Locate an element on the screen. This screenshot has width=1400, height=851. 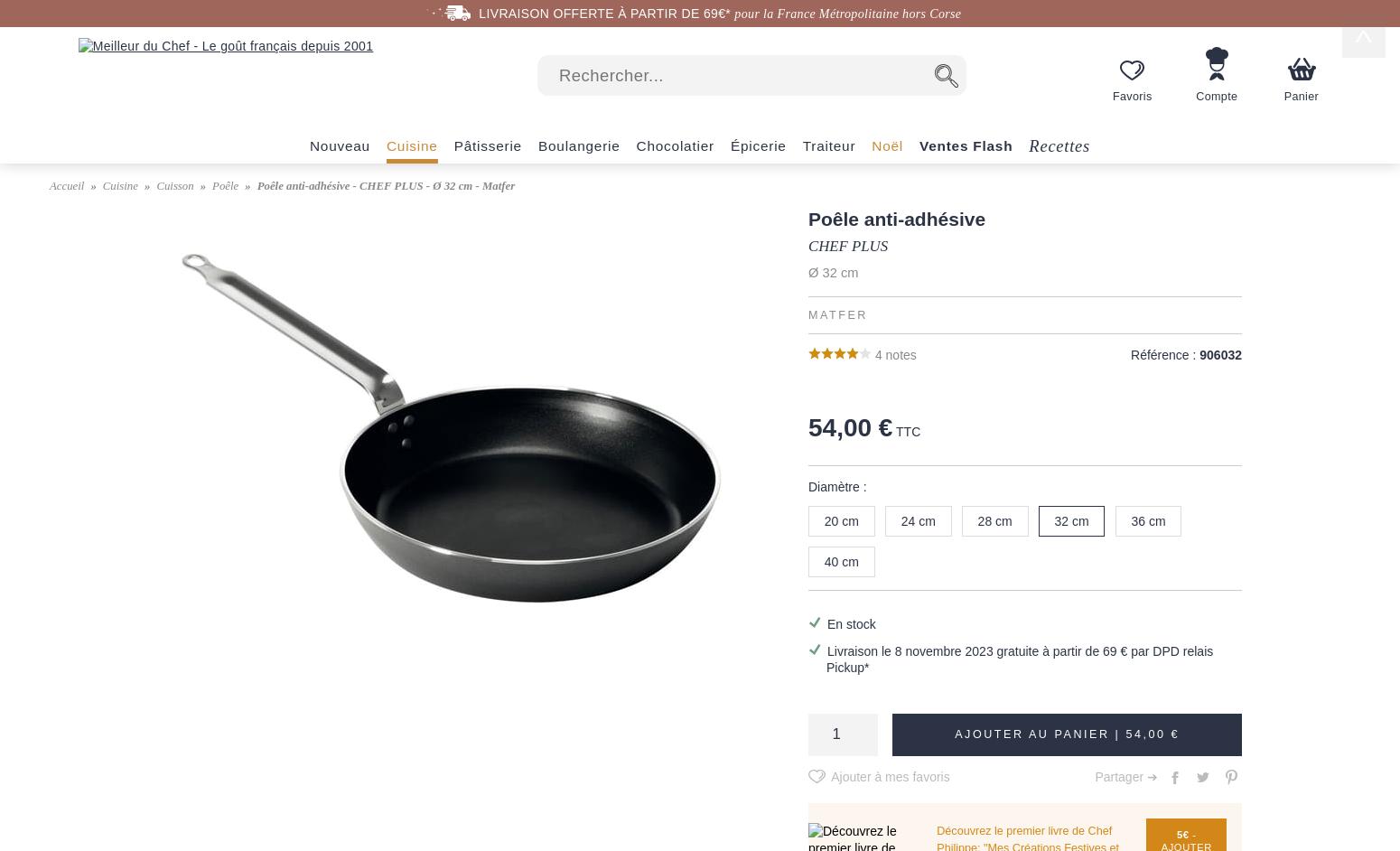
'pour la France Métropolitaine hors Corse' is located at coordinates (846, 14).